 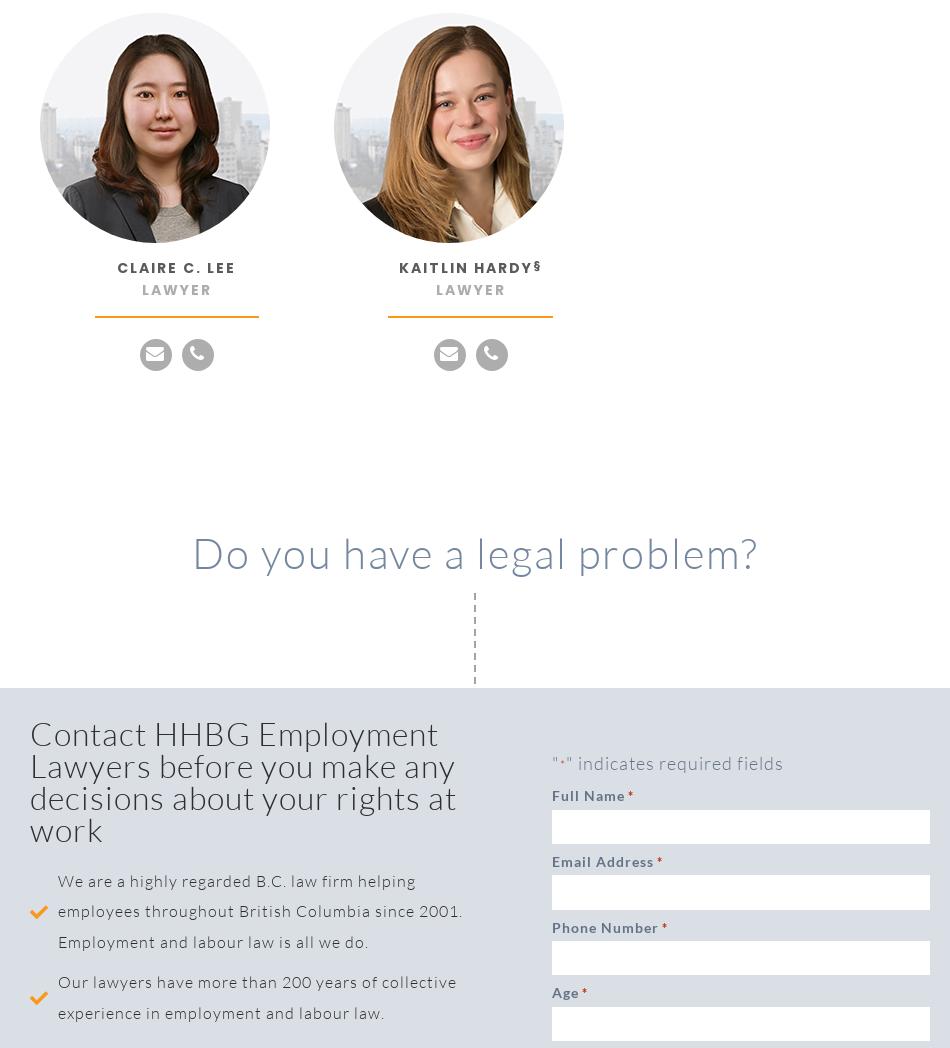 What do you see at coordinates (674, 762) in the screenshot?
I see `'" indicates required fields'` at bounding box center [674, 762].